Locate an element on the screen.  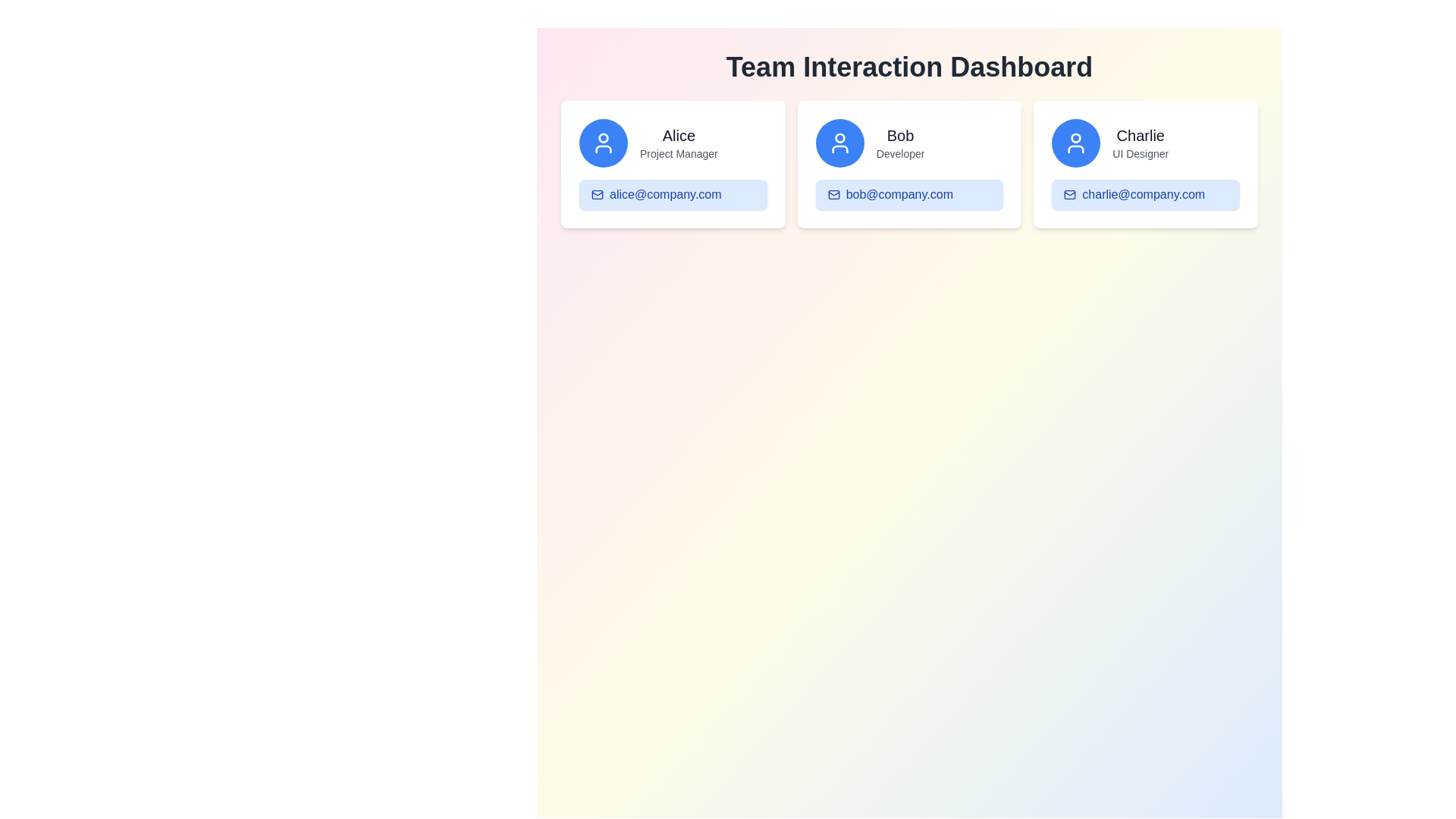
the small blue outlined envelope icon representing the email action located next to 'charlie@company.com' in the 'Charlie' card of the 'Team Interaction Dashboard' is located at coordinates (1069, 194).